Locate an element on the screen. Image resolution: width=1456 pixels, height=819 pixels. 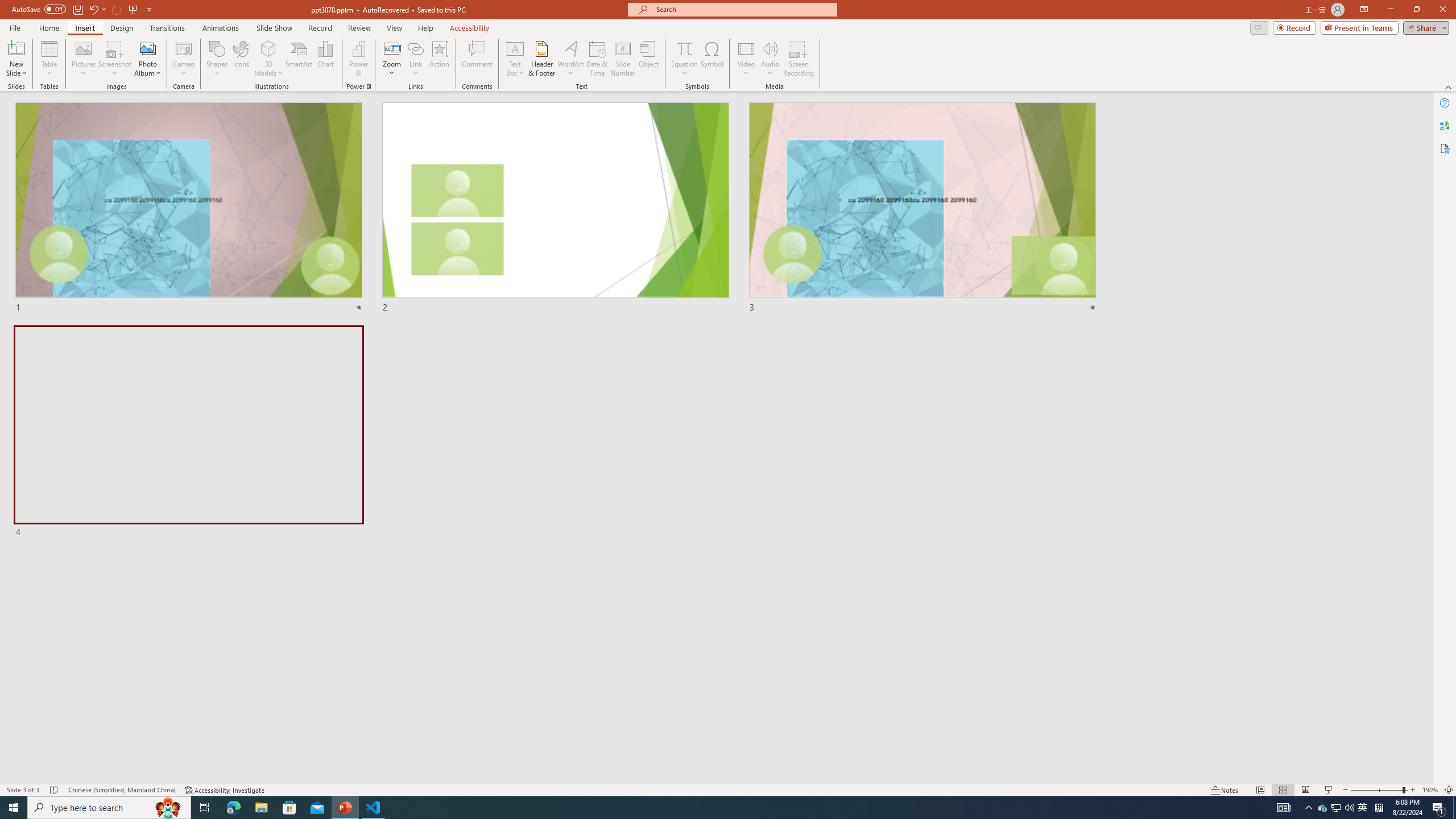
'Power BI' is located at coordinates (359, 59).